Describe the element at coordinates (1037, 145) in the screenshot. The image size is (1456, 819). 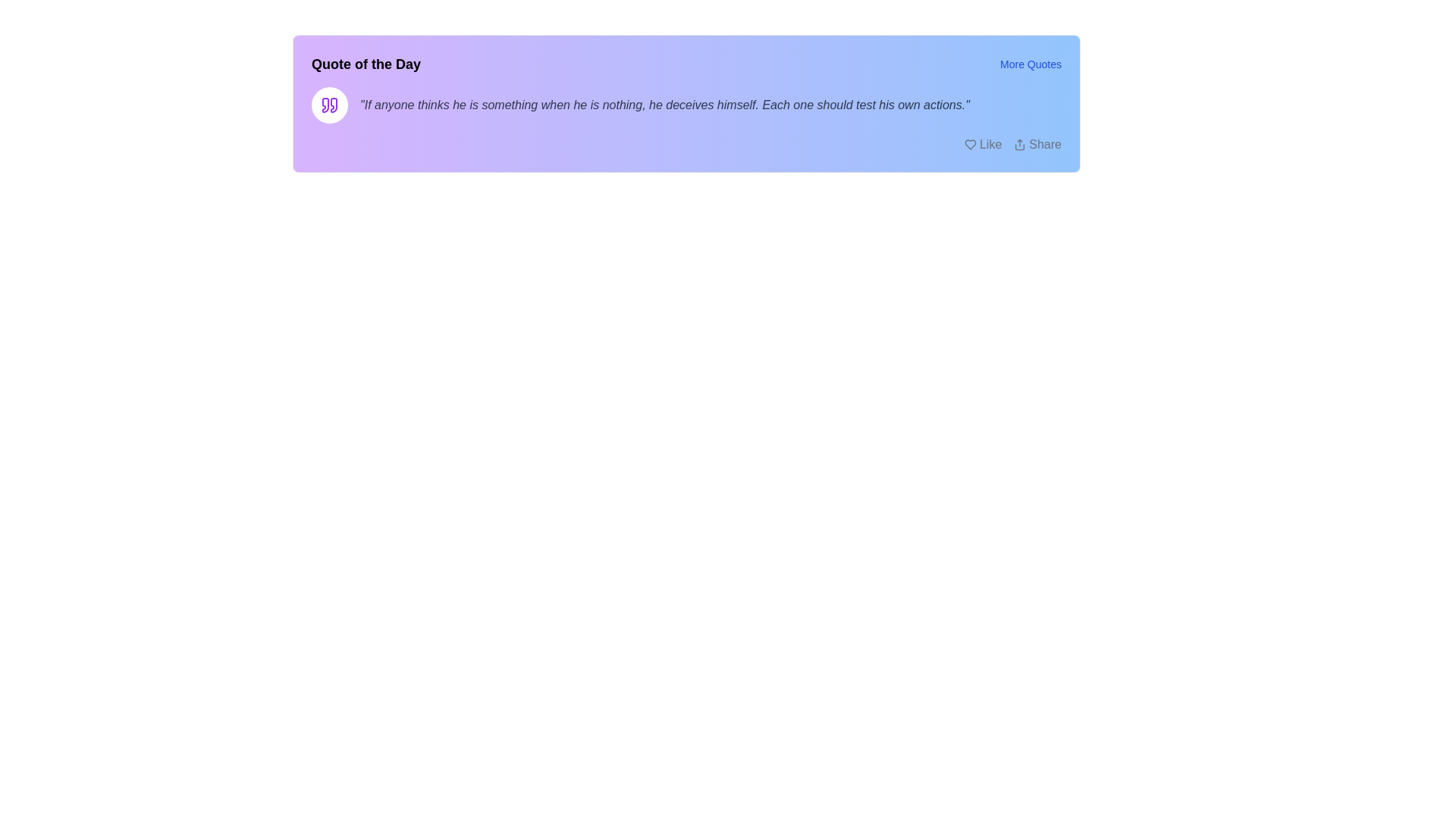
I see `the 'Share' button, which is styled with gray text that turns purple on hover and is located in the bottom-right area next to the 'Like' button` at that location.